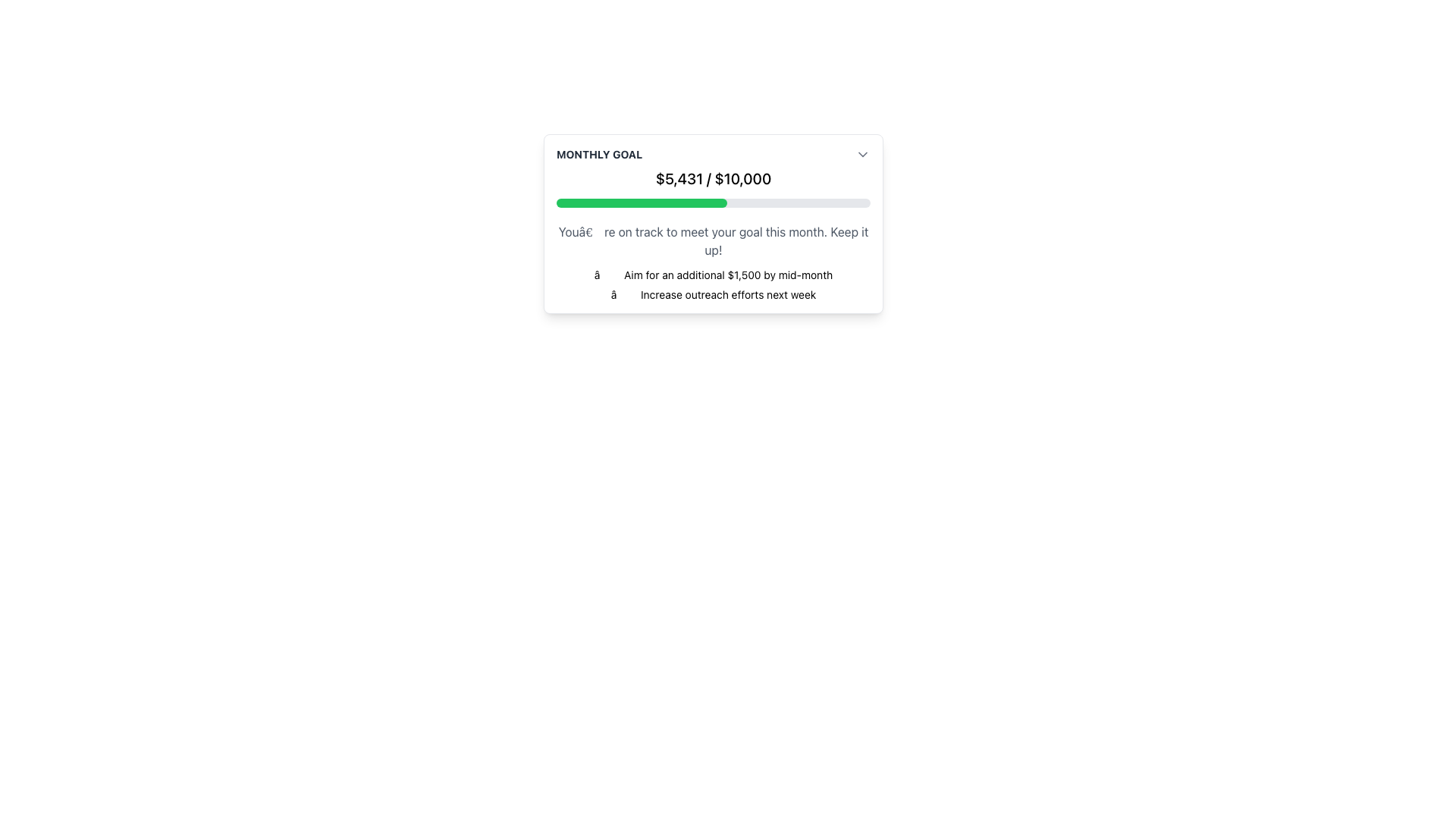 The height and width of the screenshot is (819, 1456). What do you see at coordinates (642, 202) in the screenshot?
I see `the Progress Bar Segment that visually represents the current progress in fulfilling a goal, which fills approximately the first 54% of the horizontal progress bar` at bounding box center [642, 202].